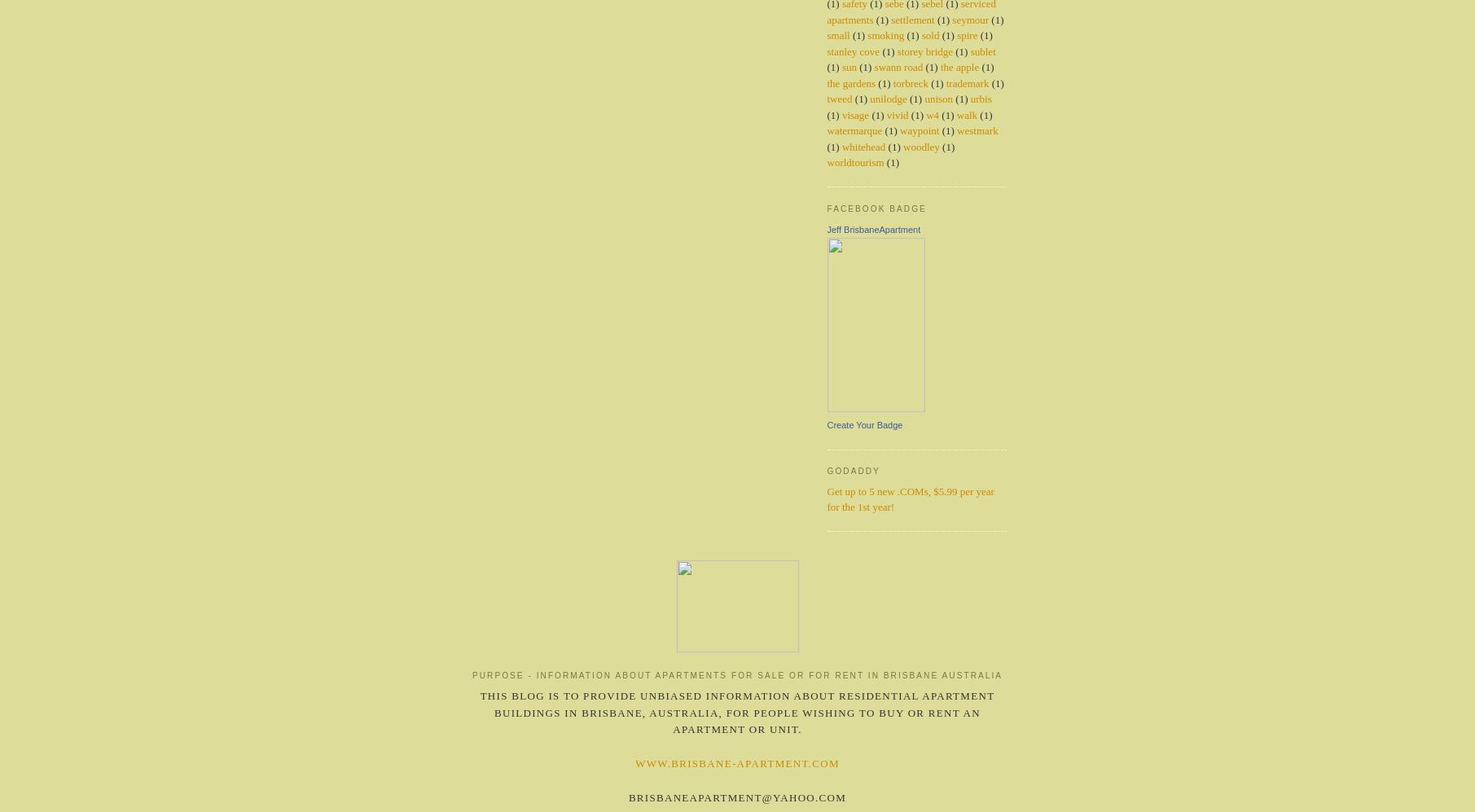  What do you see at coordinates (920, 145) in the screenshot?
I see `'woodley'` at bounding box center [920, 145].